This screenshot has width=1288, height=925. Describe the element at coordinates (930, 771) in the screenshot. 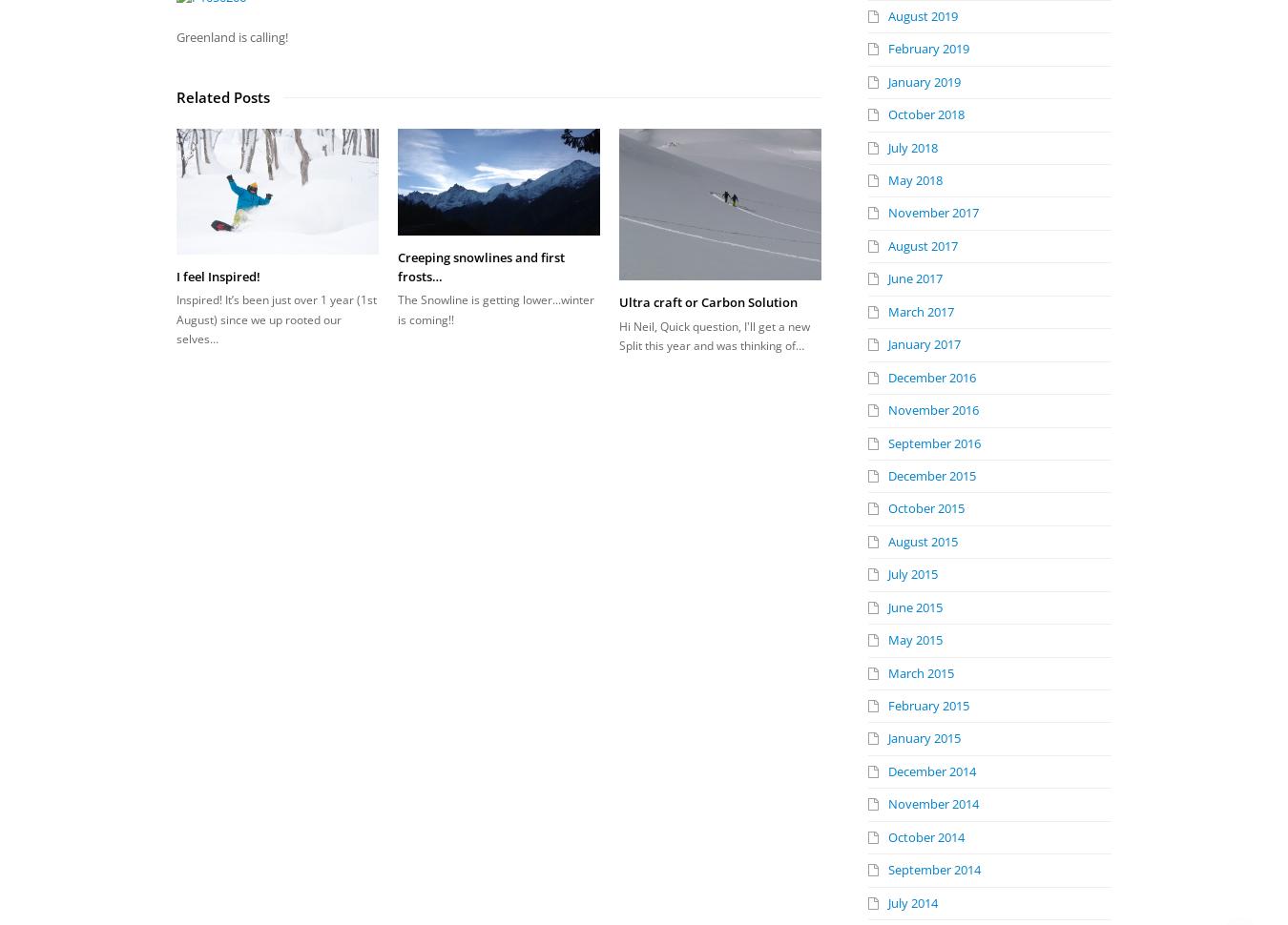

I see `'December 2014'` at that location.